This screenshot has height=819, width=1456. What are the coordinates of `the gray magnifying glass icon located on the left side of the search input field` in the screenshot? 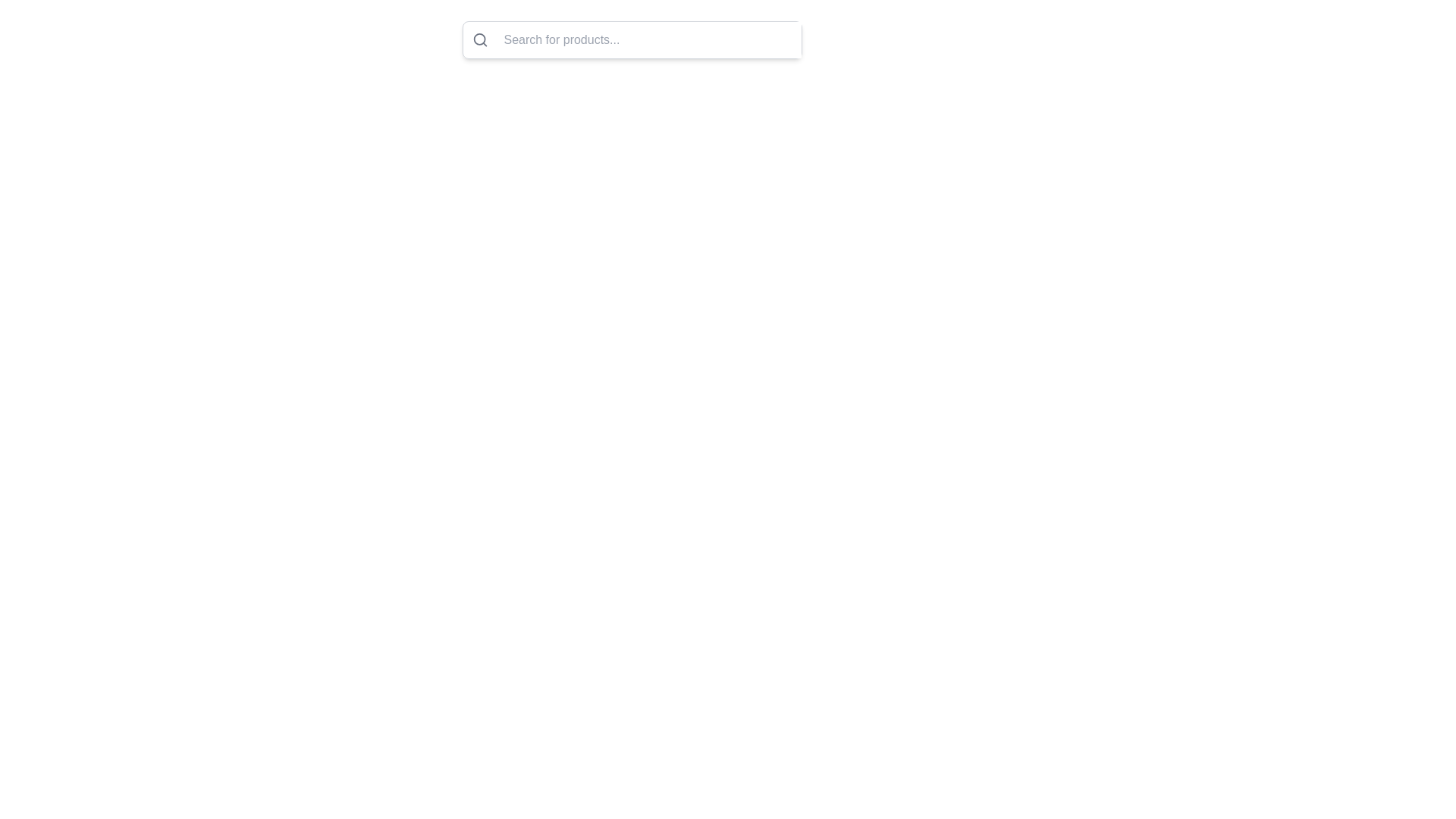 It's located at (479, 39).